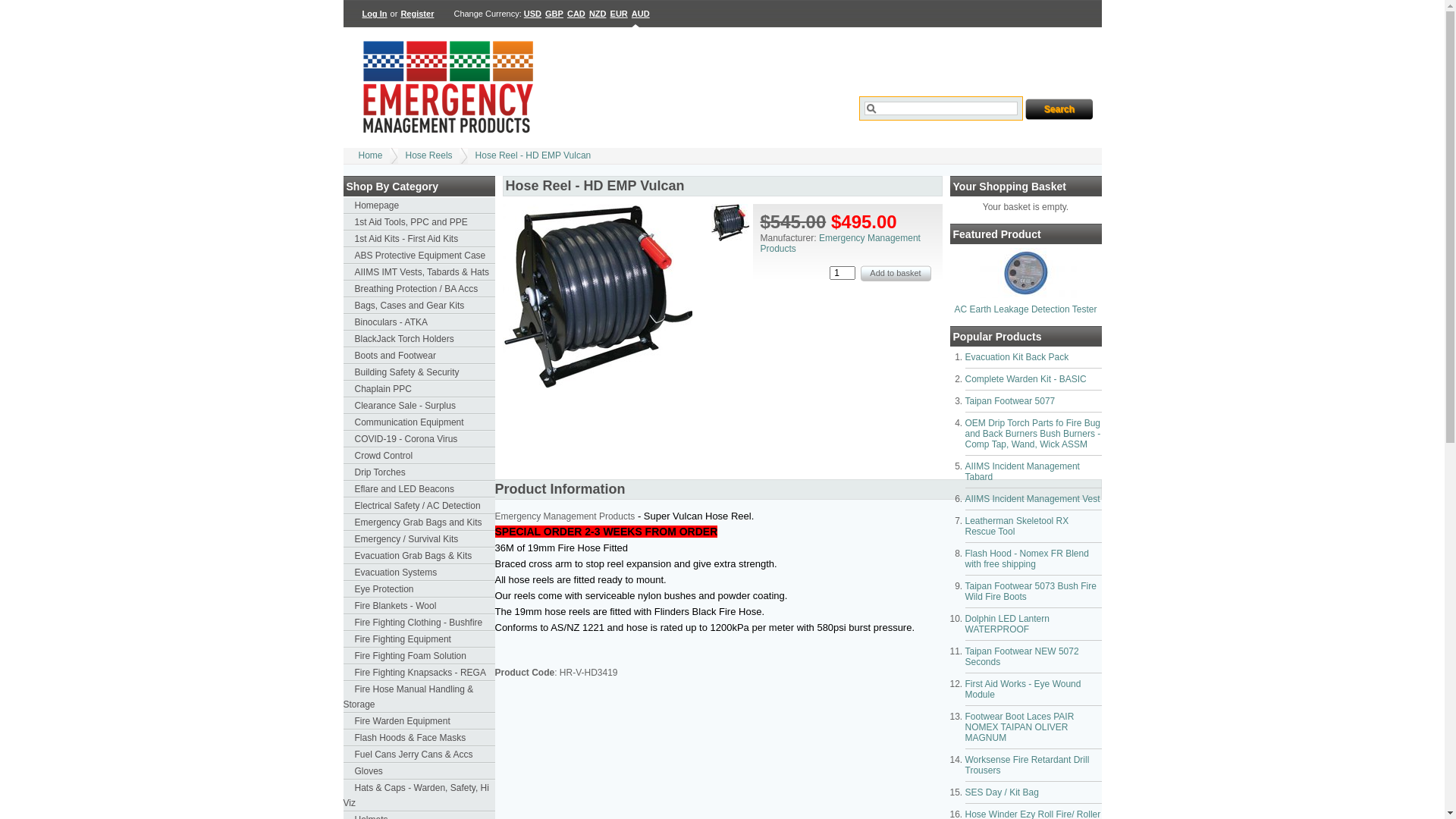 The height and width of the screenshot is (819, 1456). Describe the element at coordinates (419, 305) in the screenshot. I see `'Bags, Cases and Gear Kits'` at that location.